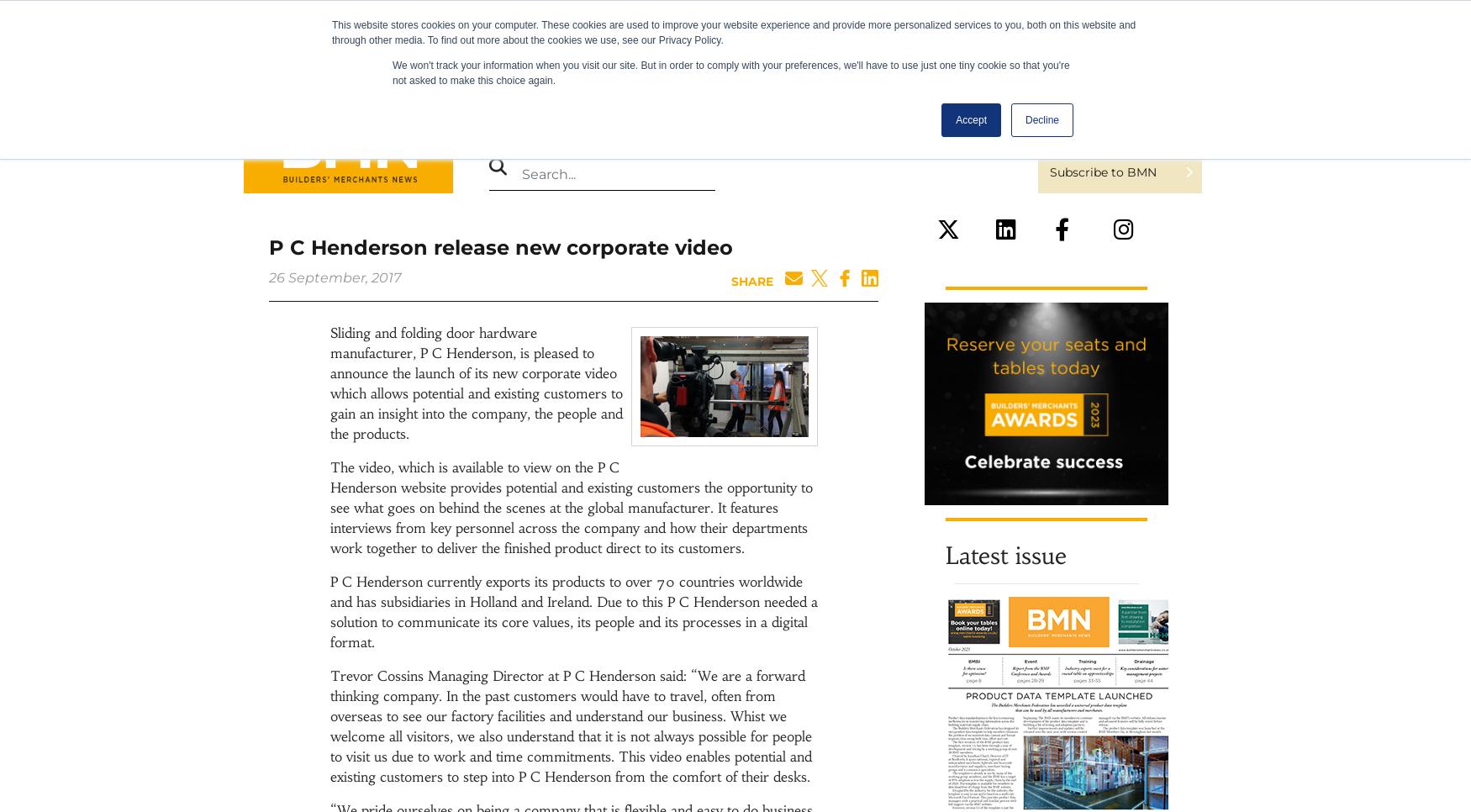  Describe the element at coordinates (334, 277) in the screenshot. I see `'26 September, 2017'` at that location.